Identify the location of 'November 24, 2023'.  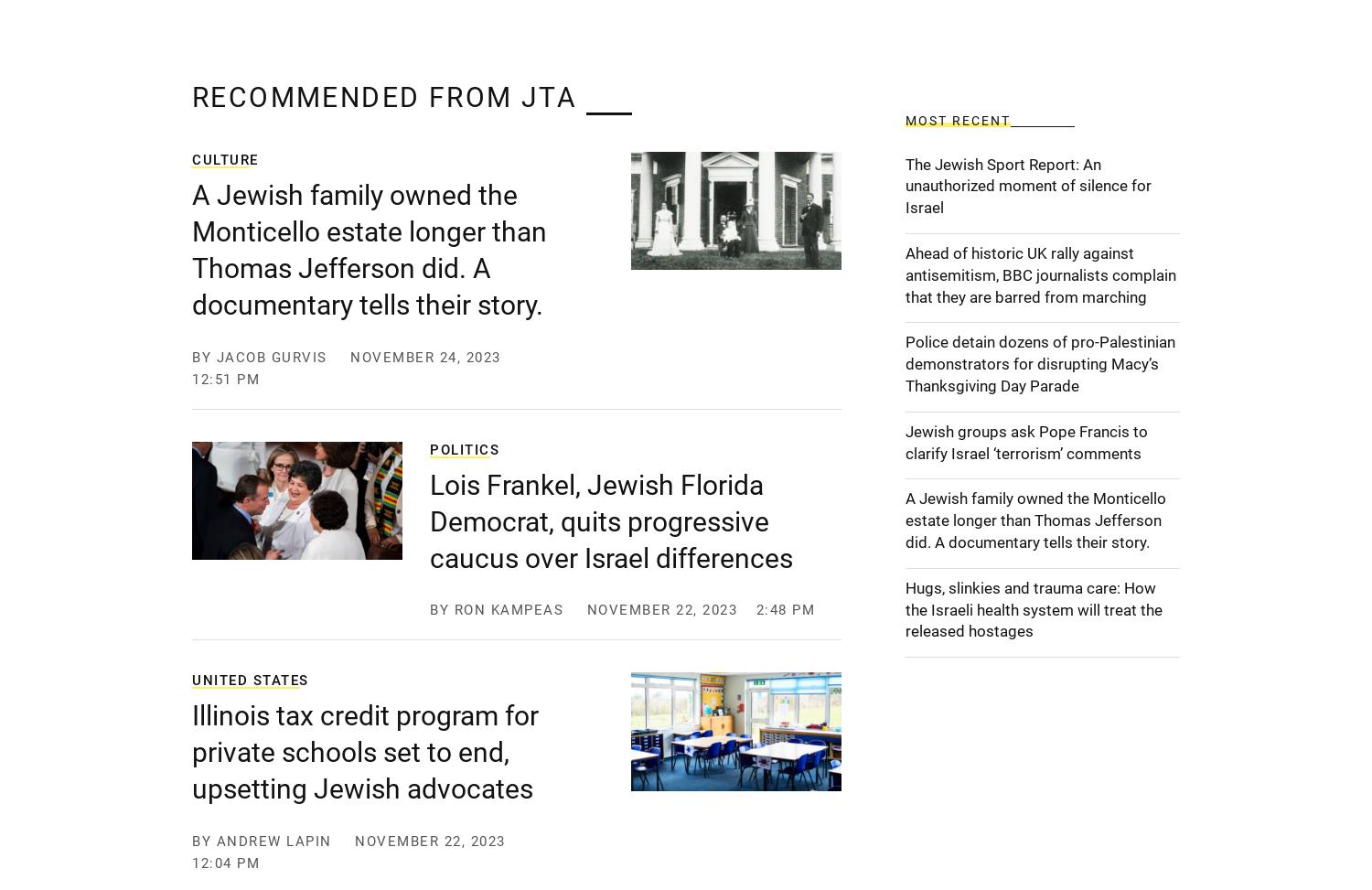
(424, 355).